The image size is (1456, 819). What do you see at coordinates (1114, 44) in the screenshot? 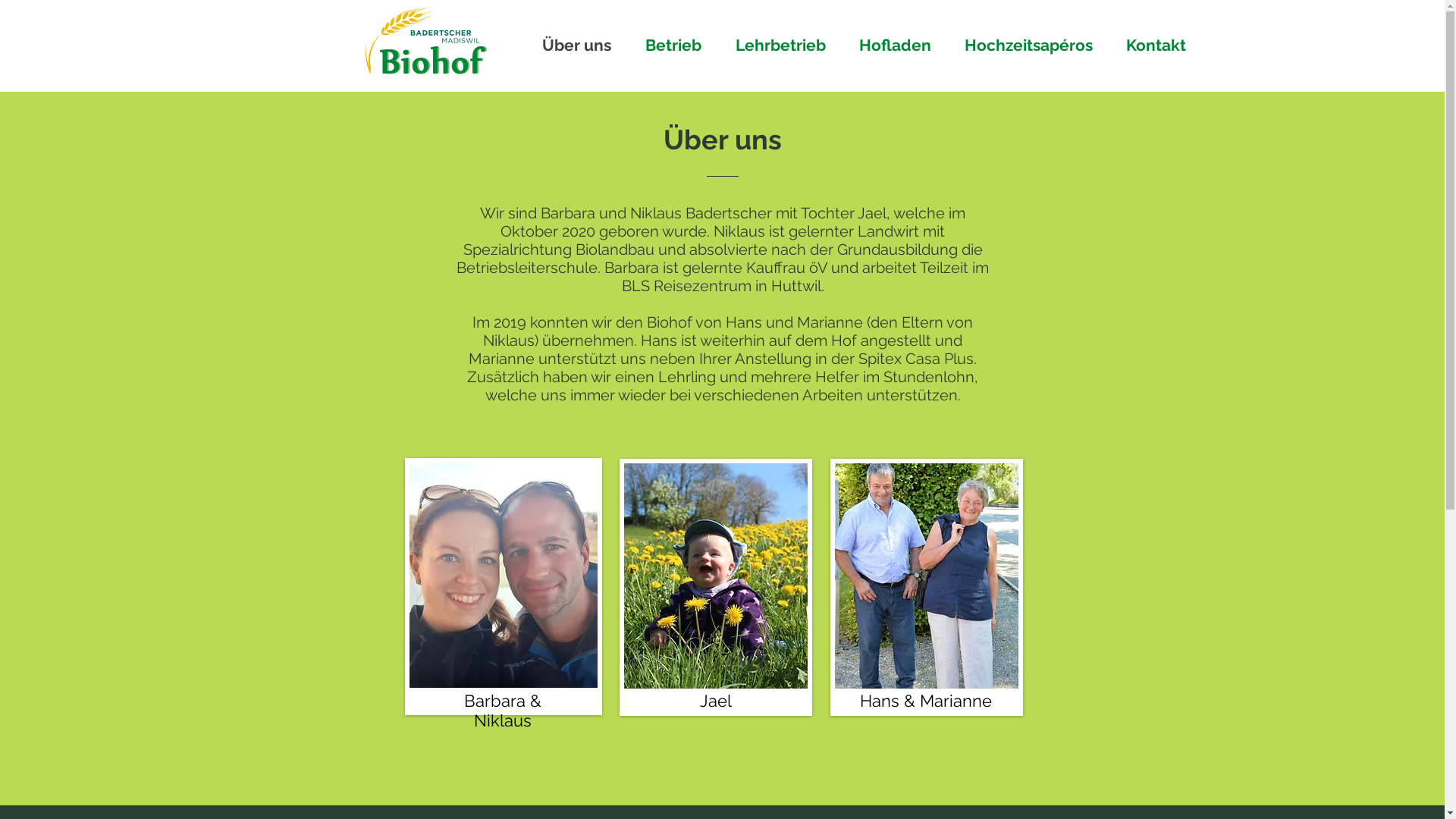
I see `'Kontakt'` at bounding box center [1114, 44].